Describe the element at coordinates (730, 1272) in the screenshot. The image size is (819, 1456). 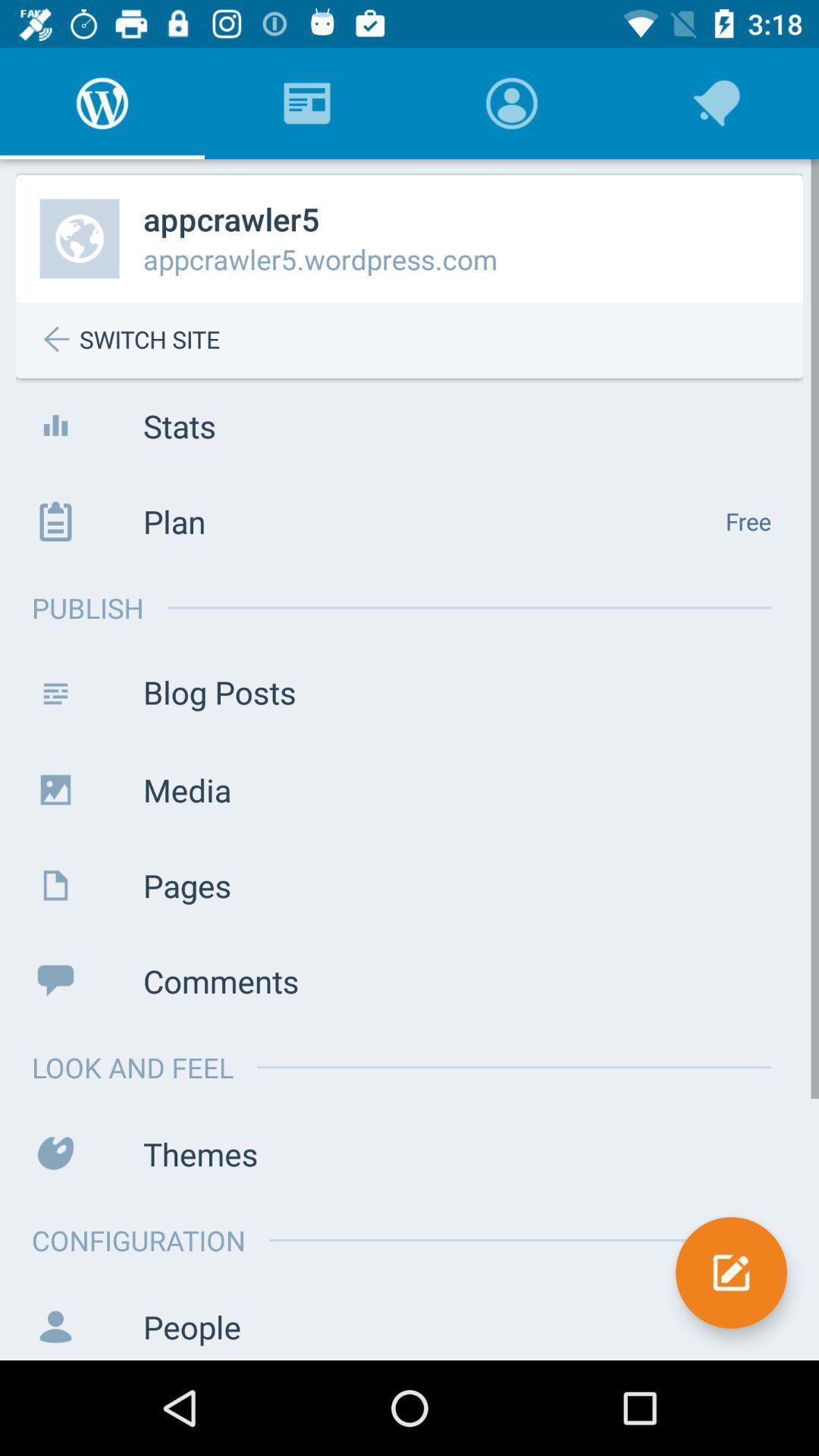
I see `icon next to configuration icon` at that location.